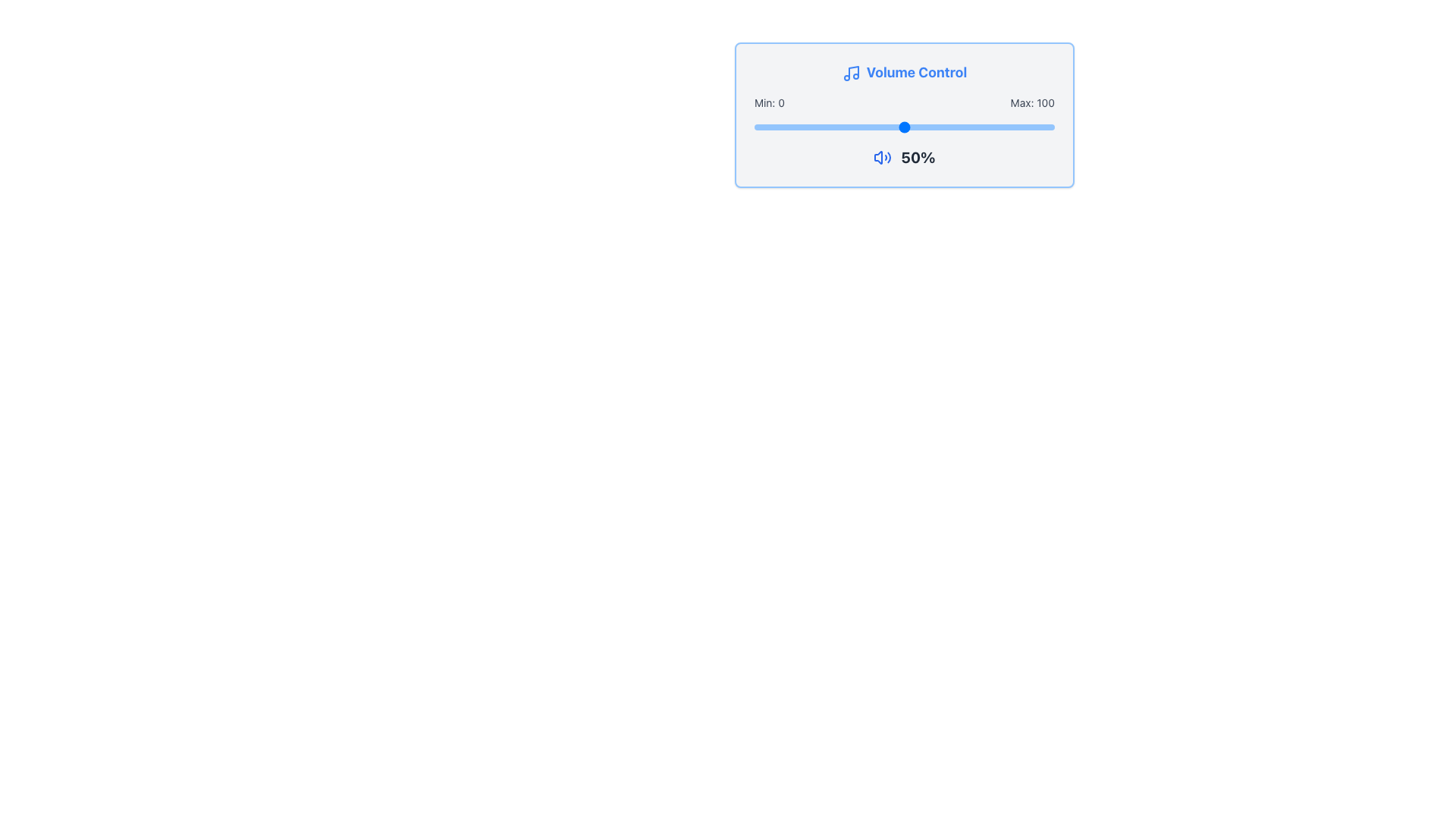 This screenshot has width=1456, height=819. What do you see at coordinates (1031, 102) in the screenshot?
I see `the text label that displays the maximum value of the range slider, which is positioned on the right side and aligns with the 'Min: 0' label` at bounding box center [1031, 102].